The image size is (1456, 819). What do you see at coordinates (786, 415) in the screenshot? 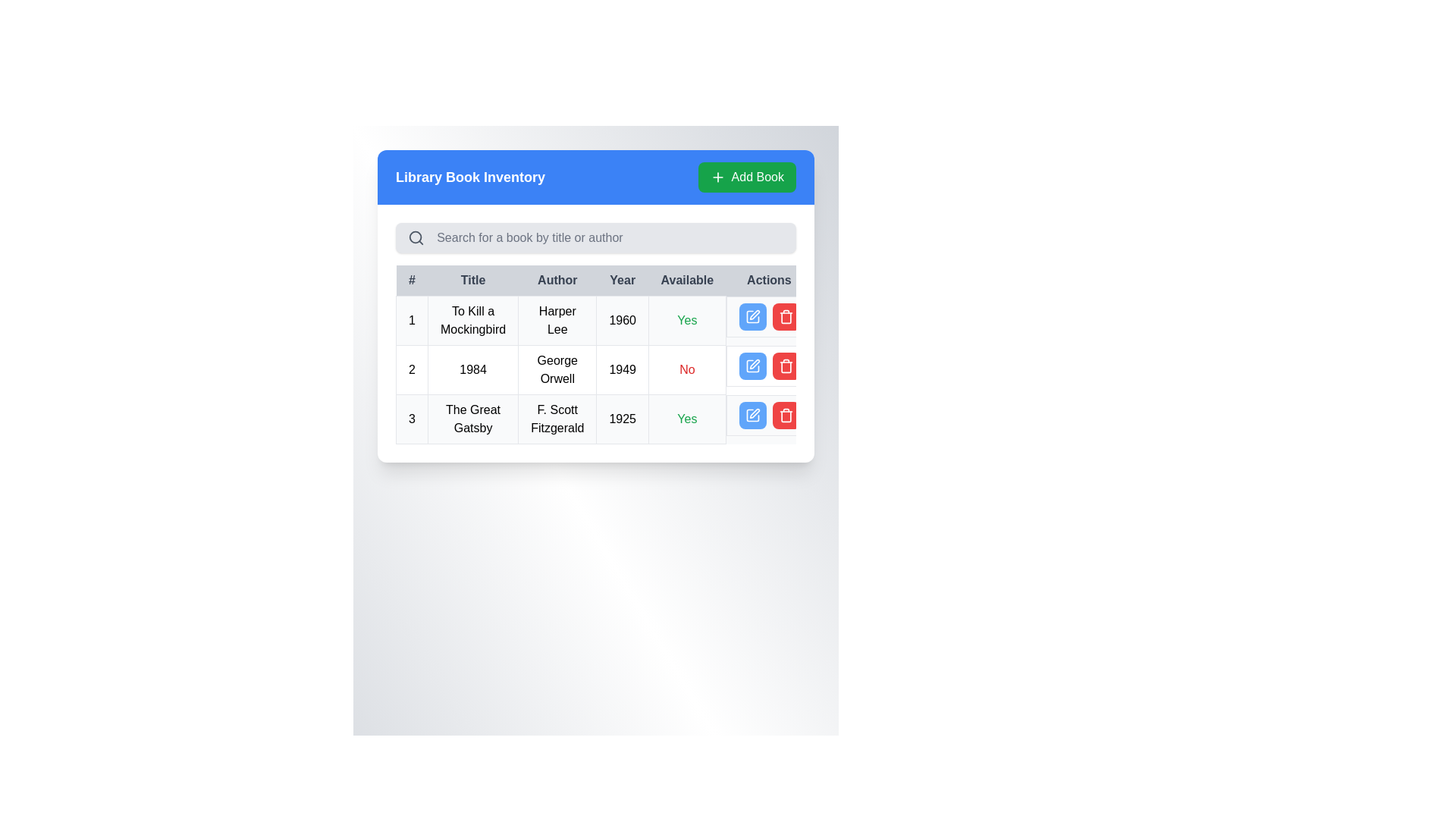
I see `the delete button with a trash can icon located in the 'Actions' column of the row for 'The Great Gatsby'` at bounding box center [786, 415].